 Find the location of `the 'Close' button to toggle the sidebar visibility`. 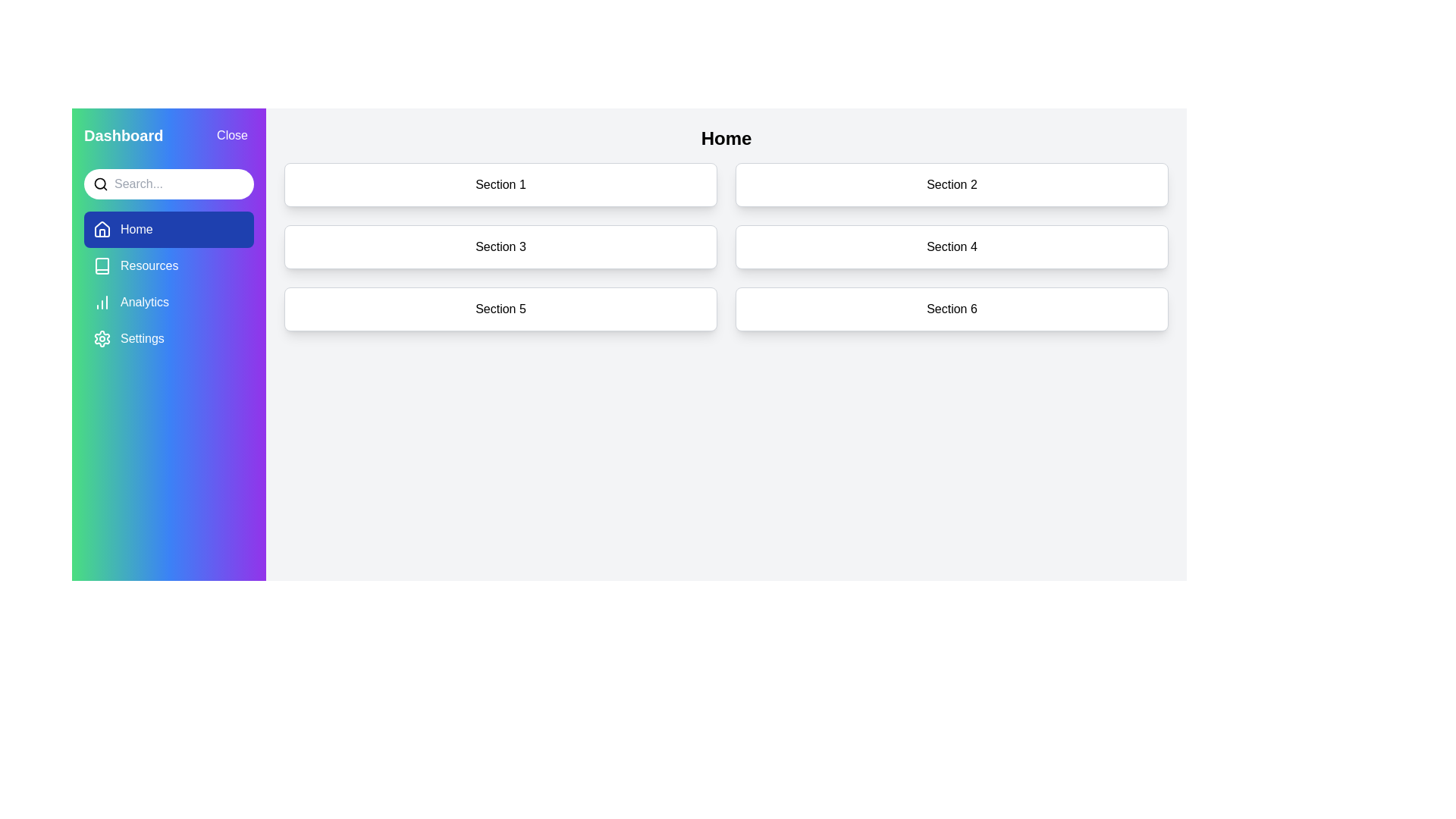

the 'Close' button to toggle the sidebar visibility is located at coordinates (231, 134).